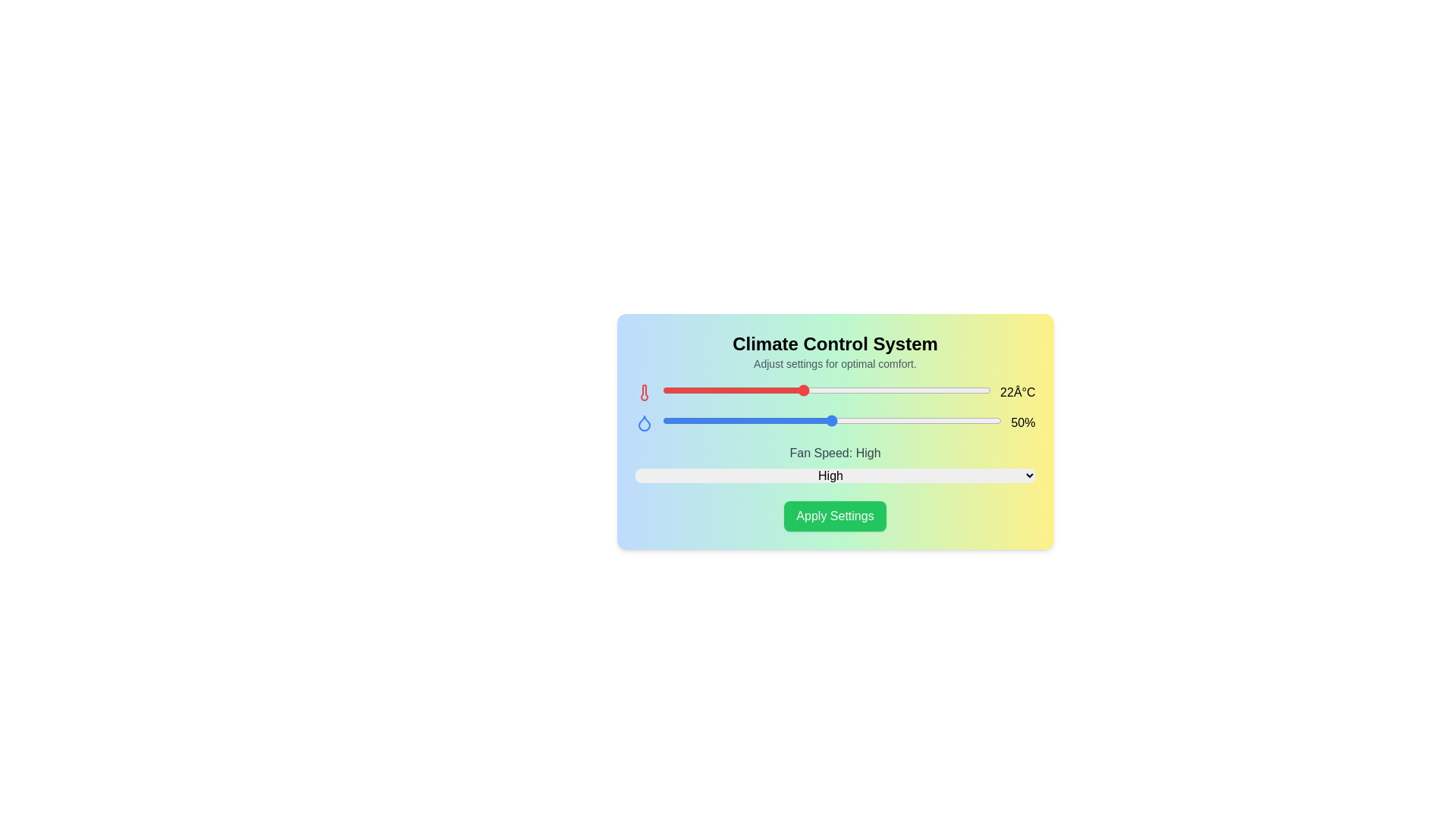 This screenshot has width=1456, height=819. I want to click on the temperature slider to 17 degrees Celsius, so click(685, 390).